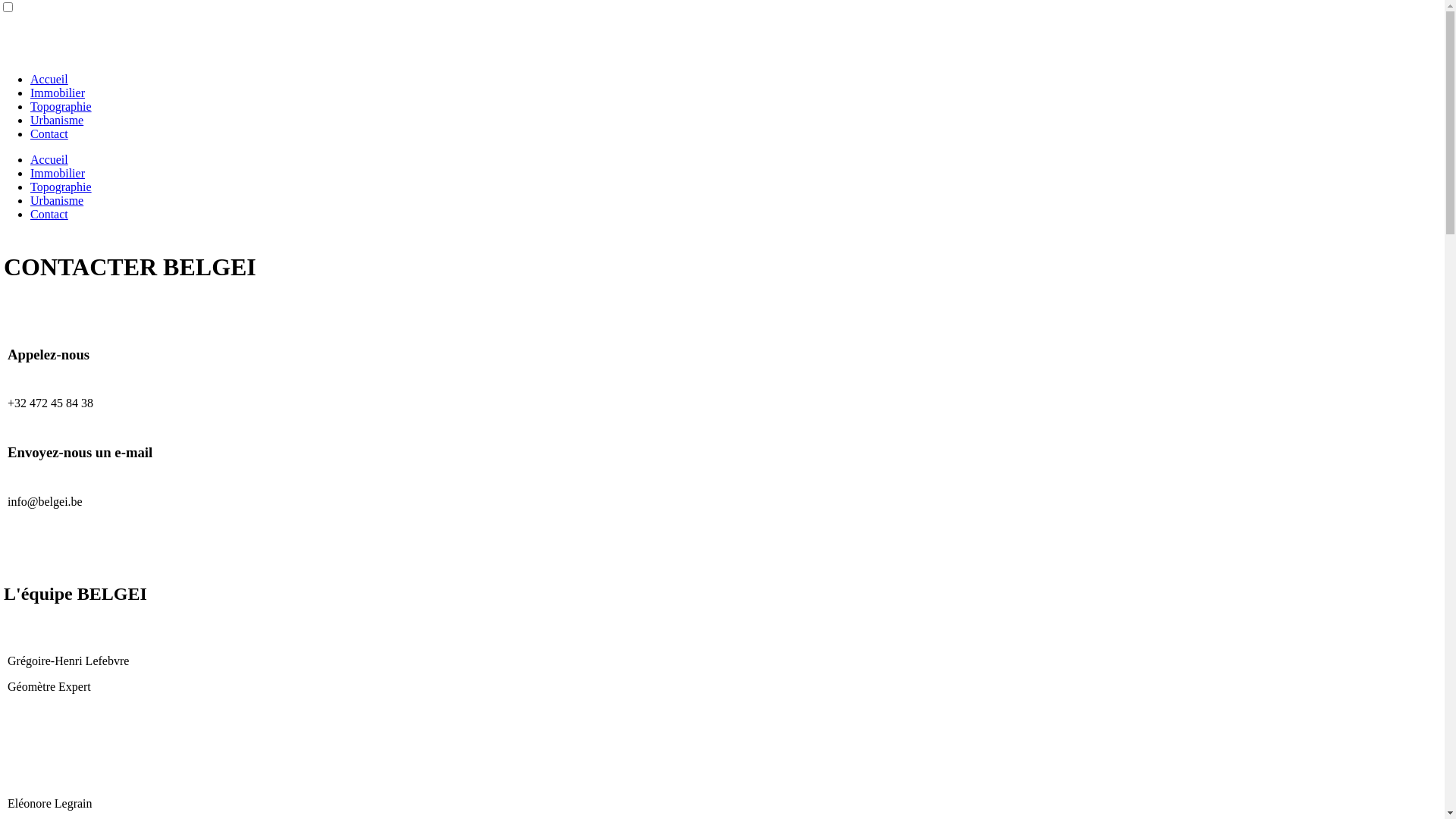 The height and width of the screenshot is (819, 1456). Describe the element at coordinates (49, 159) in the screenshot. I see `'Accueil'` at that location.